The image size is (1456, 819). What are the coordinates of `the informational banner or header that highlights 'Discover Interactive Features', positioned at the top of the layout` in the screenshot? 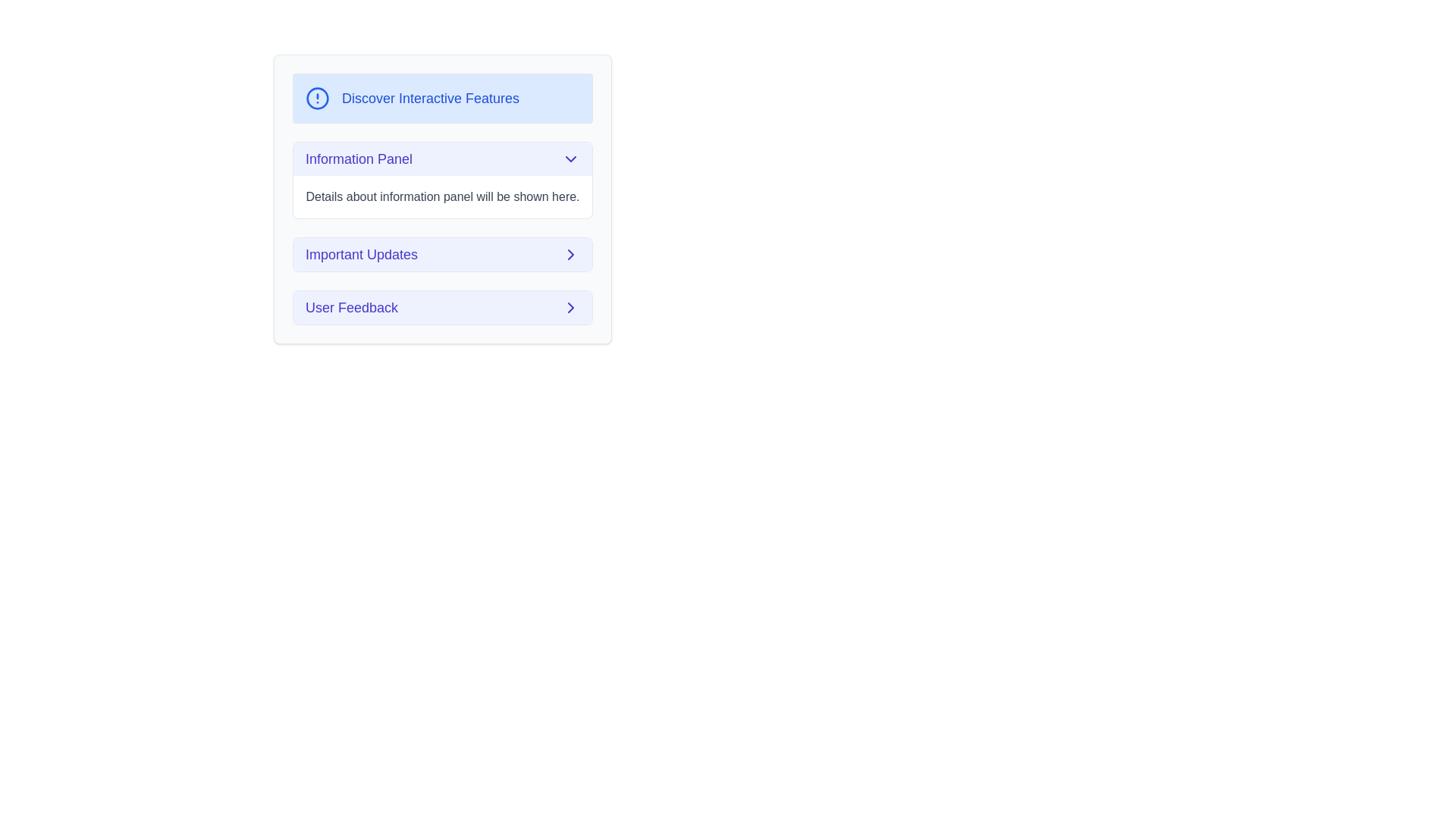 It's located at (442, 99).